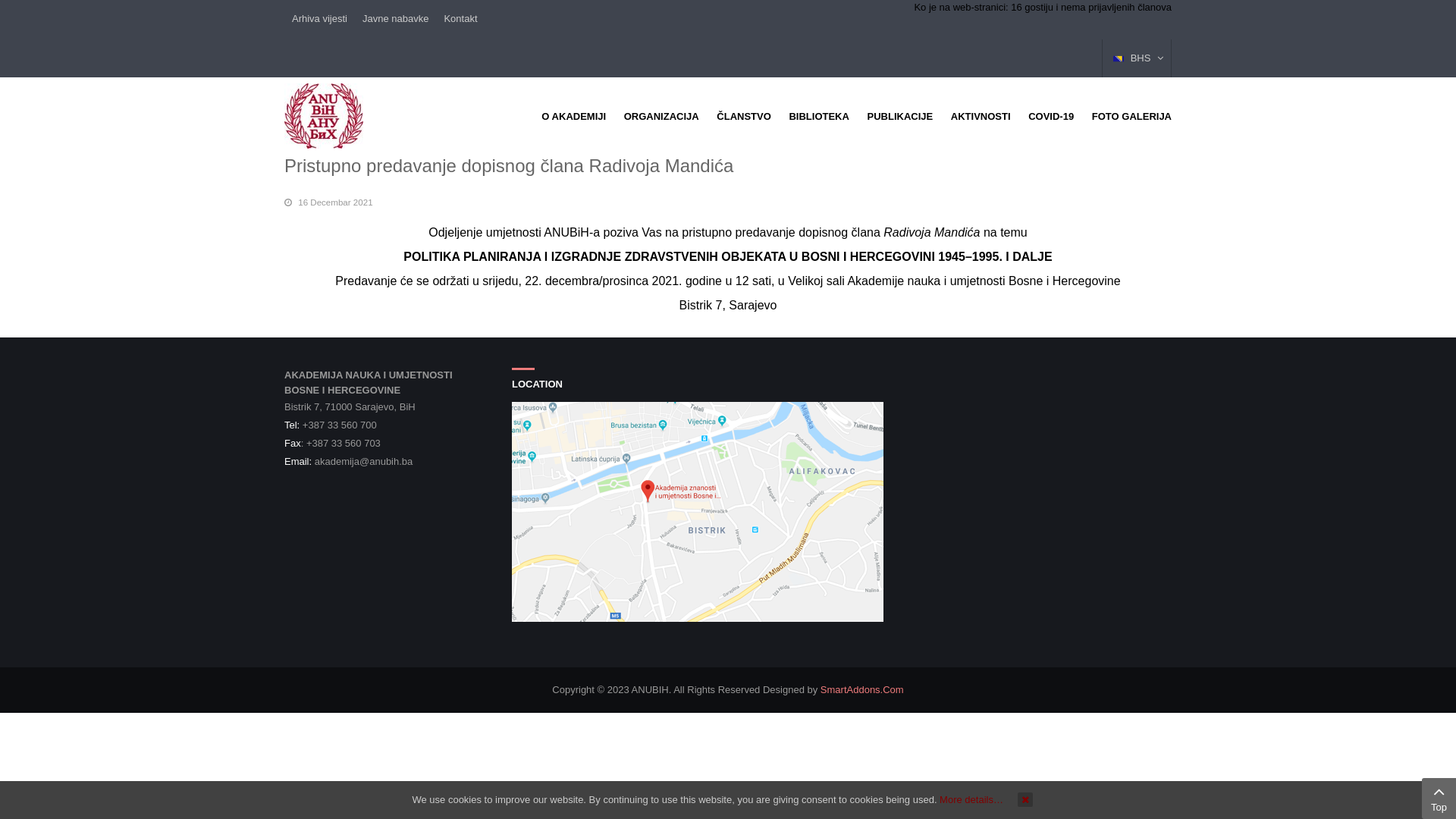  Describe the element at coordinates (573, 116) in the screenshot. I see `'O AKADEMIJI'` at that location.